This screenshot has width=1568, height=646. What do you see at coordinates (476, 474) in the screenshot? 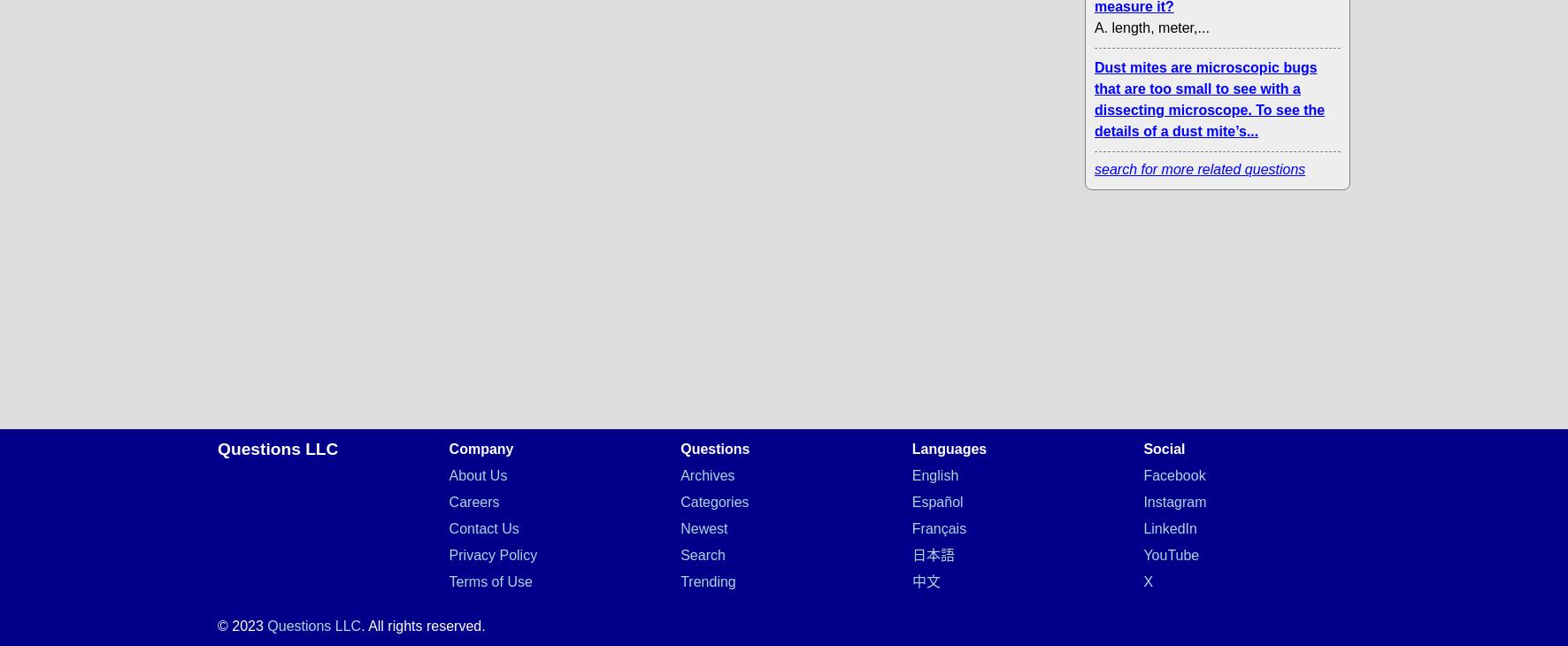
I see `'About Us'` at bounding box center [476, 474].